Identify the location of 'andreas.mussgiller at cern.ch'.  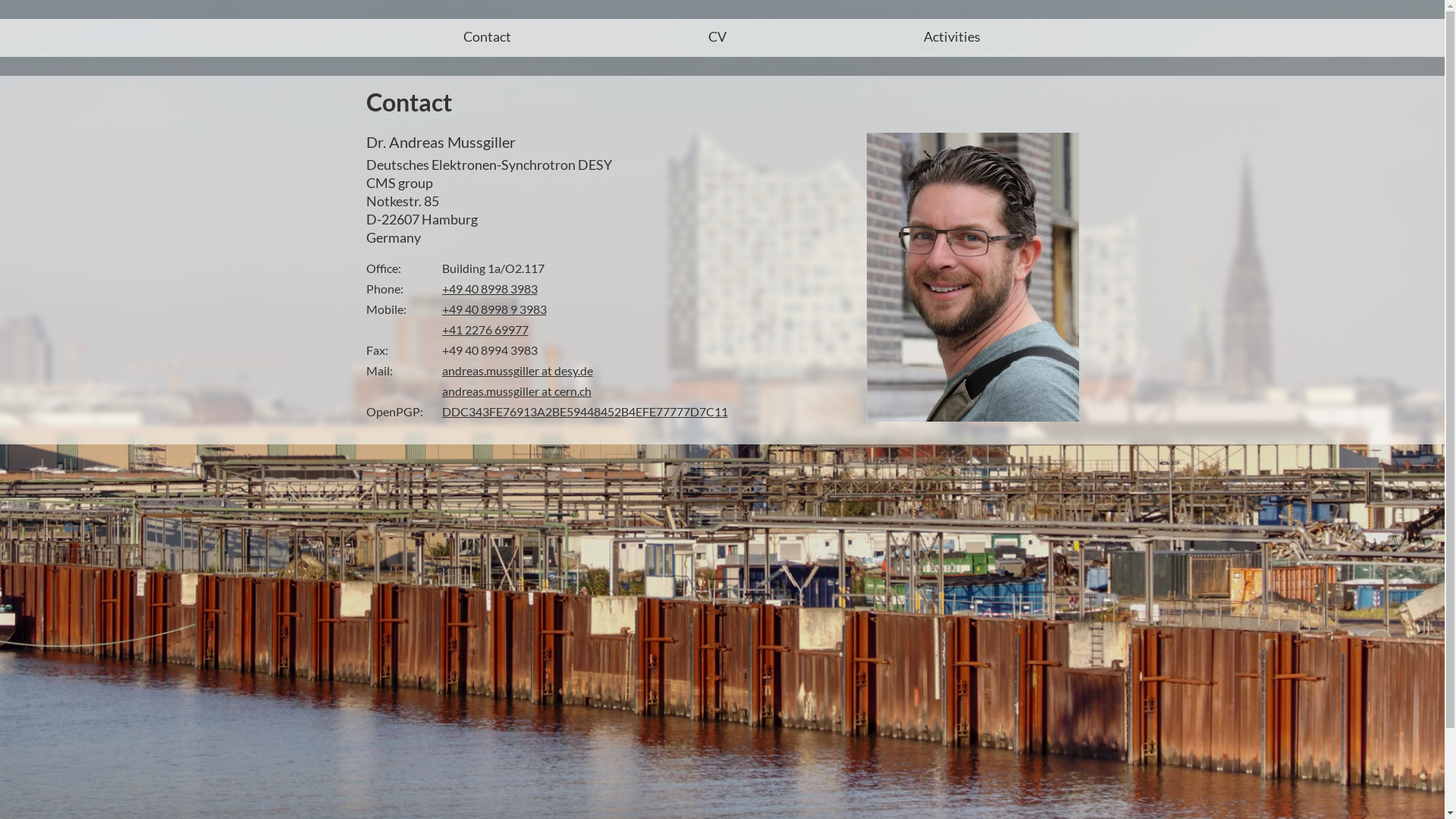
(516, 390).